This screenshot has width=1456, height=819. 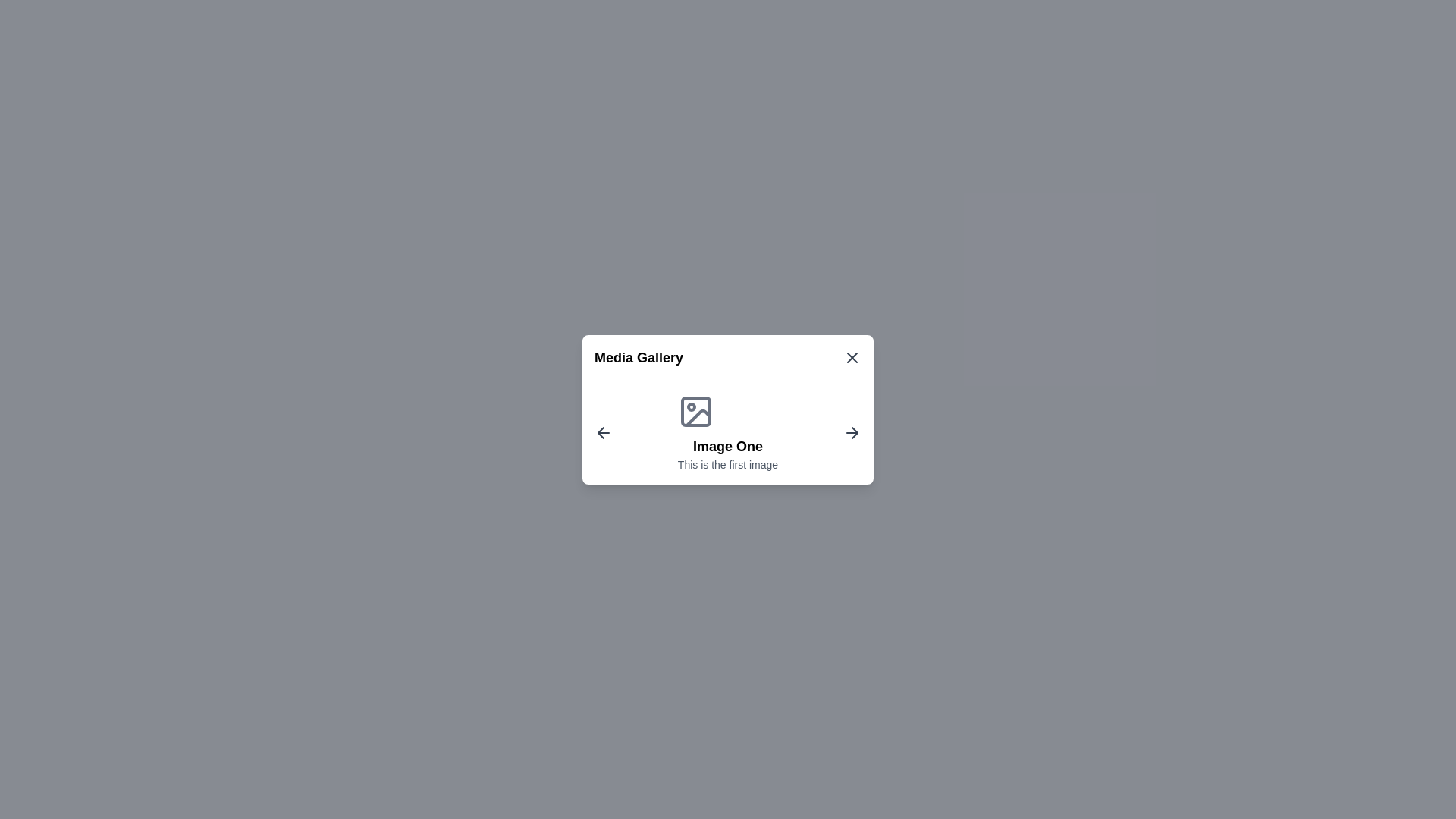 What do you see at coordinates (728, 463) in the screenshot?
I see `the text element displaying 'This is the first image', which is styled in smaller gray text and located below 'Image One' in the 'Media Gallery' dialog box` at bounding box center [728, 463].